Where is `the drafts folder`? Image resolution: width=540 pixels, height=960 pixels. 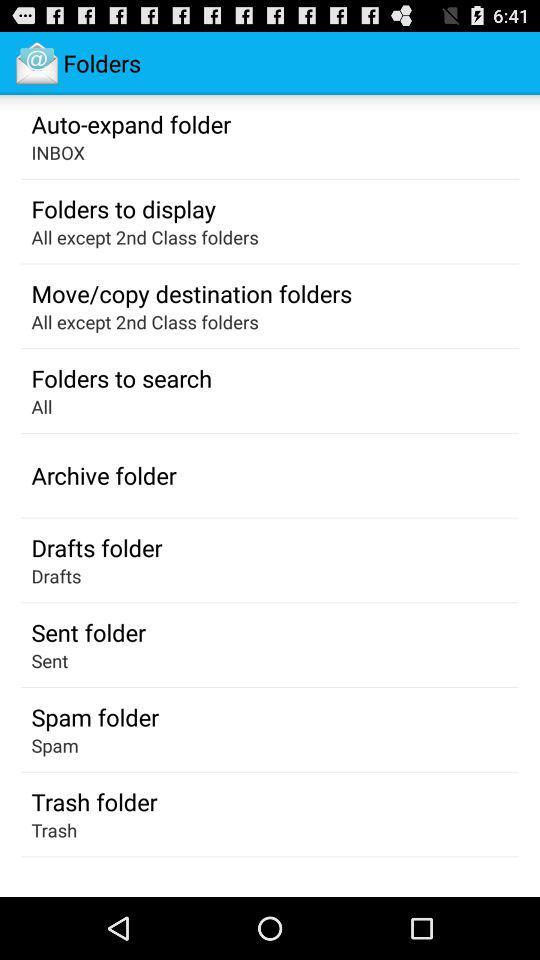
the drafts folder is located at coordinates (95, 547).